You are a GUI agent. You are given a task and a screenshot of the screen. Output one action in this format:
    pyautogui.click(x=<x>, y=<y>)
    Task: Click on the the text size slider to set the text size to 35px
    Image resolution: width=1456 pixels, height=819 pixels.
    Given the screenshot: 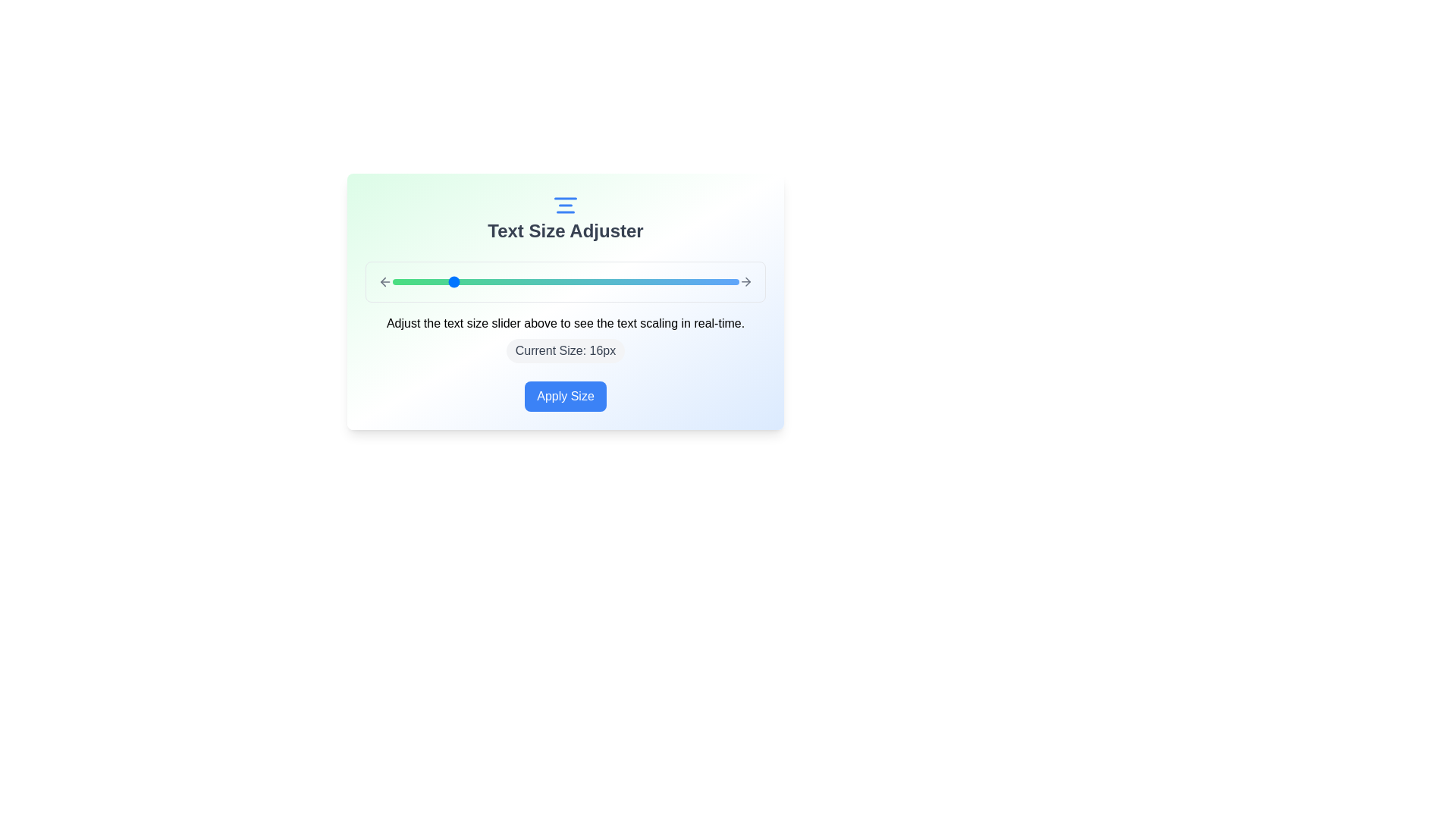 What is the action you would take?
    pyautogui.click(x=723, y=281)
    